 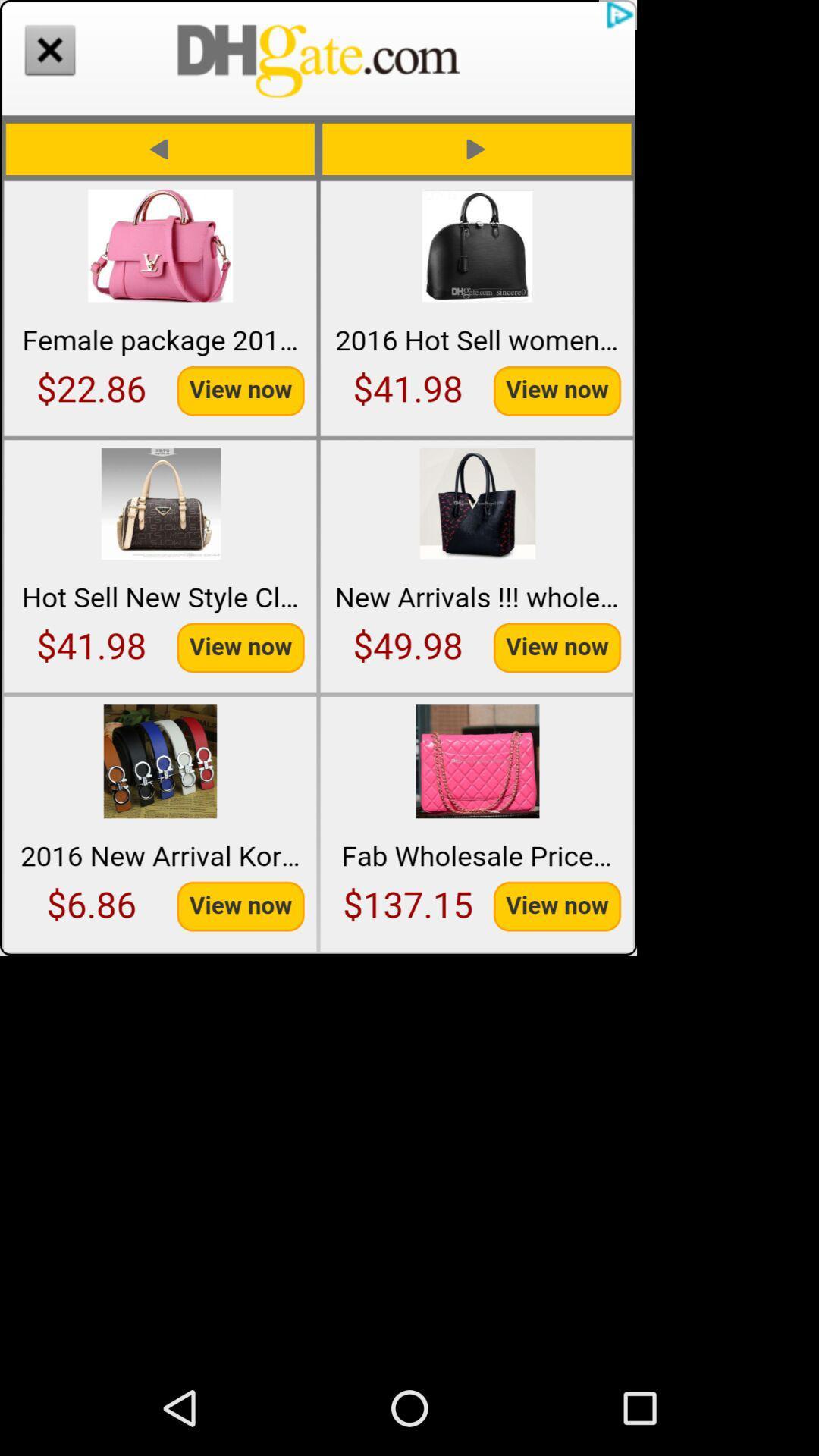 What do you see at coordinates (49, 53) in the screenshot?
I see `the close icon` at bounding box center [49, 53].